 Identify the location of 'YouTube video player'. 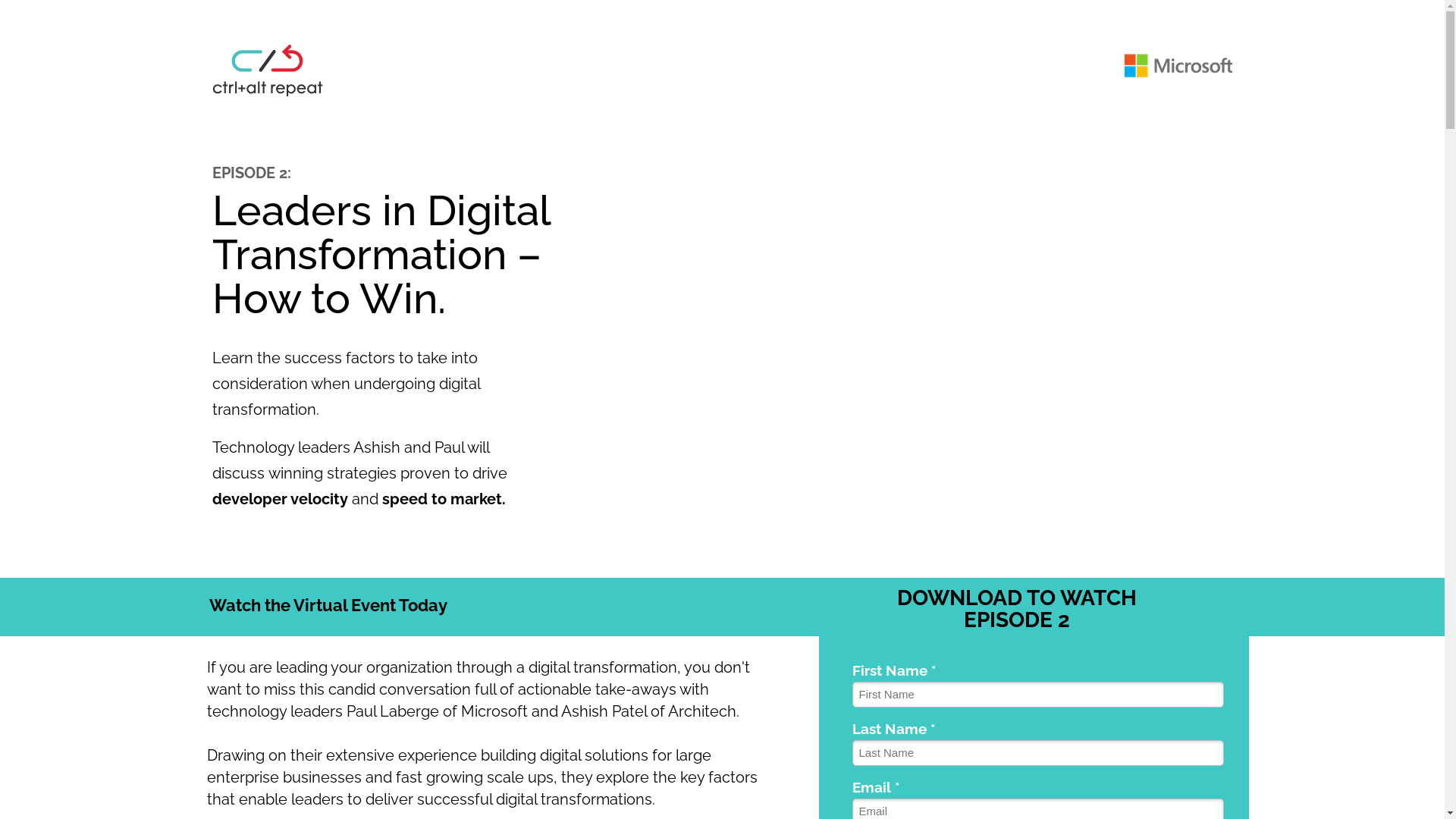
(910, 347).